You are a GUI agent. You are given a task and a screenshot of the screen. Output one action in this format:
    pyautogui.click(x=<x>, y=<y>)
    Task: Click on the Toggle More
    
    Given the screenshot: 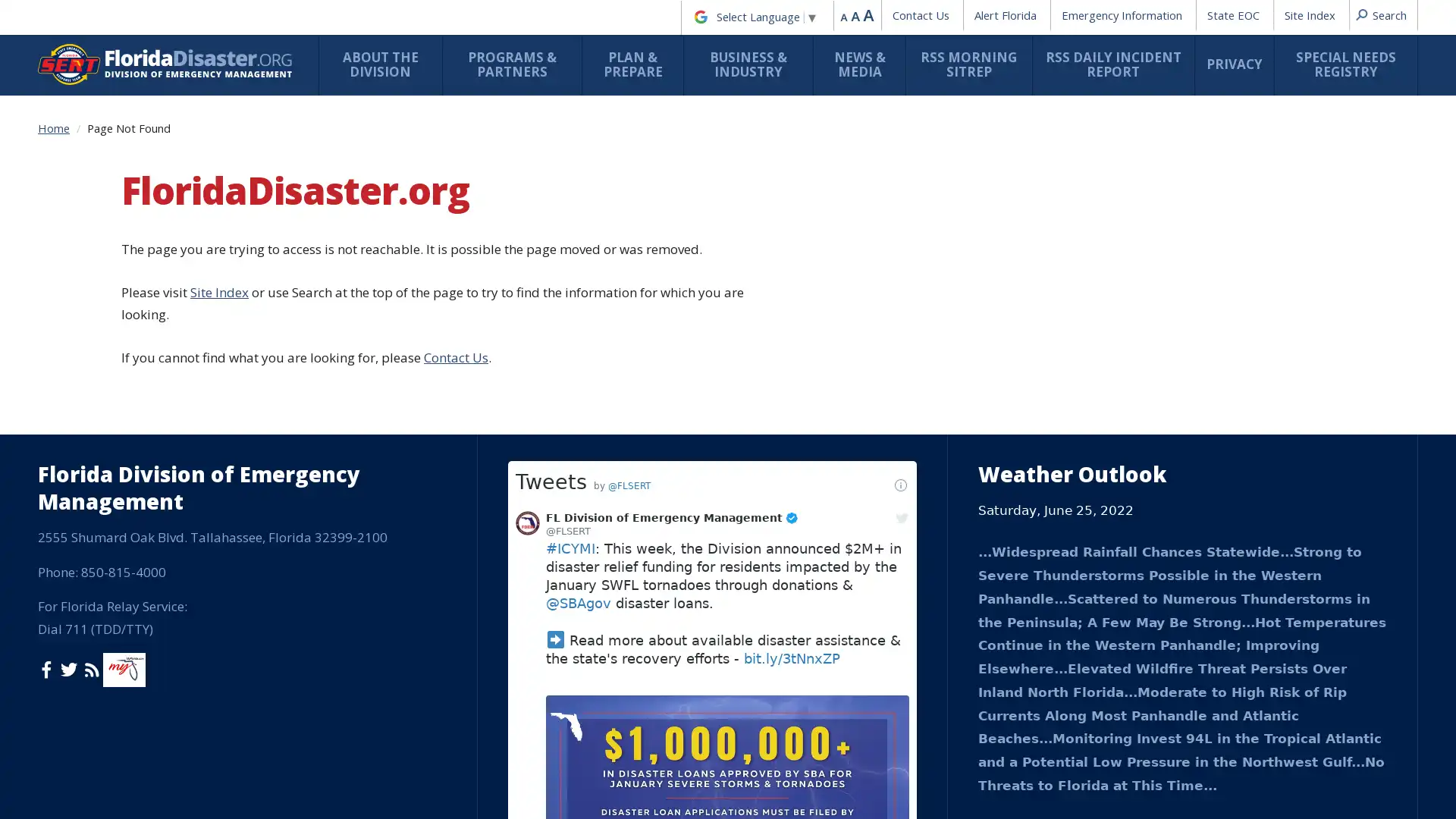 What is the action you would take?
    pyautogui.click(x=760, y=777)
    